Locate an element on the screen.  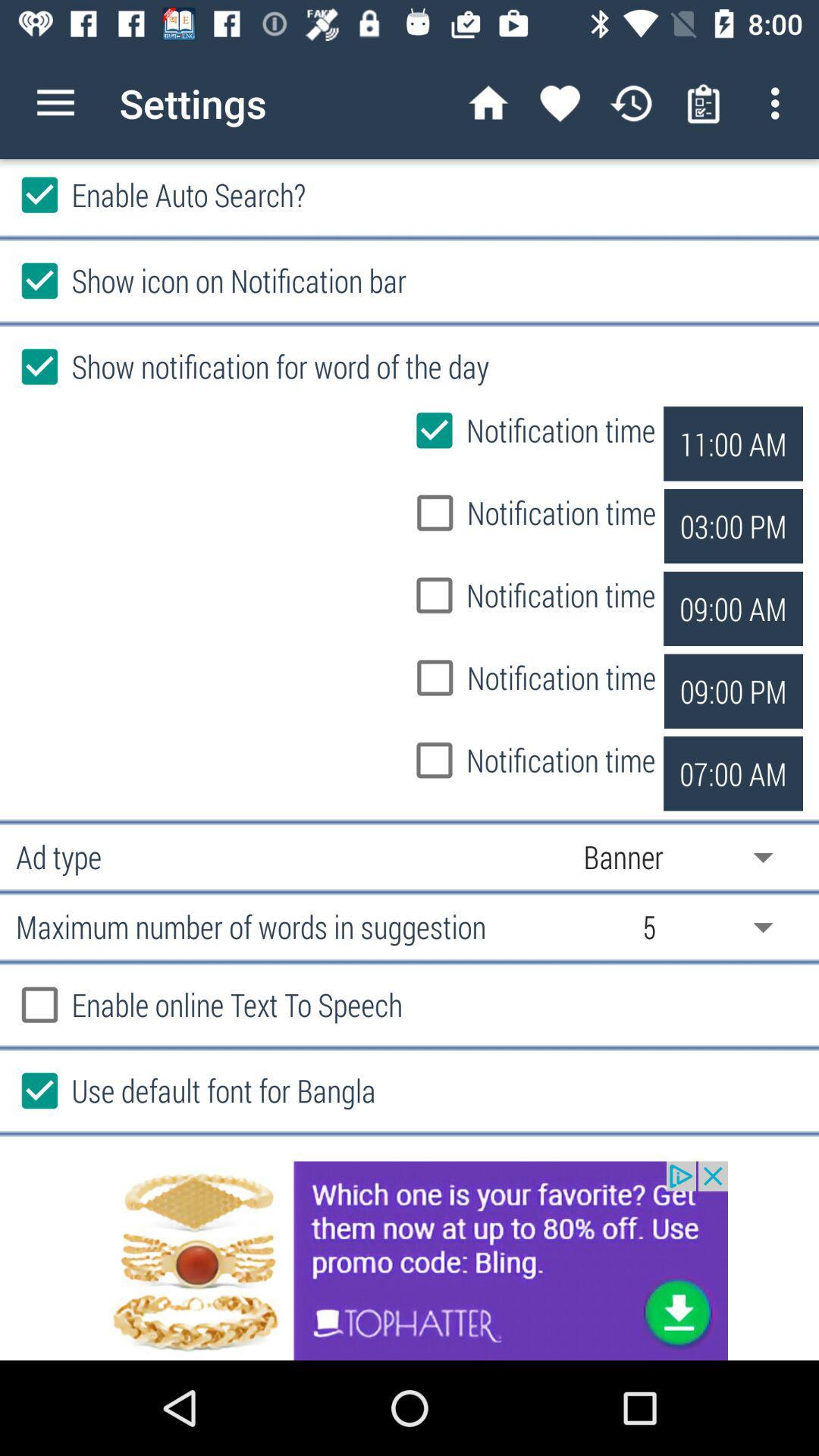
advertisement is located at coordinates (409, 1260).